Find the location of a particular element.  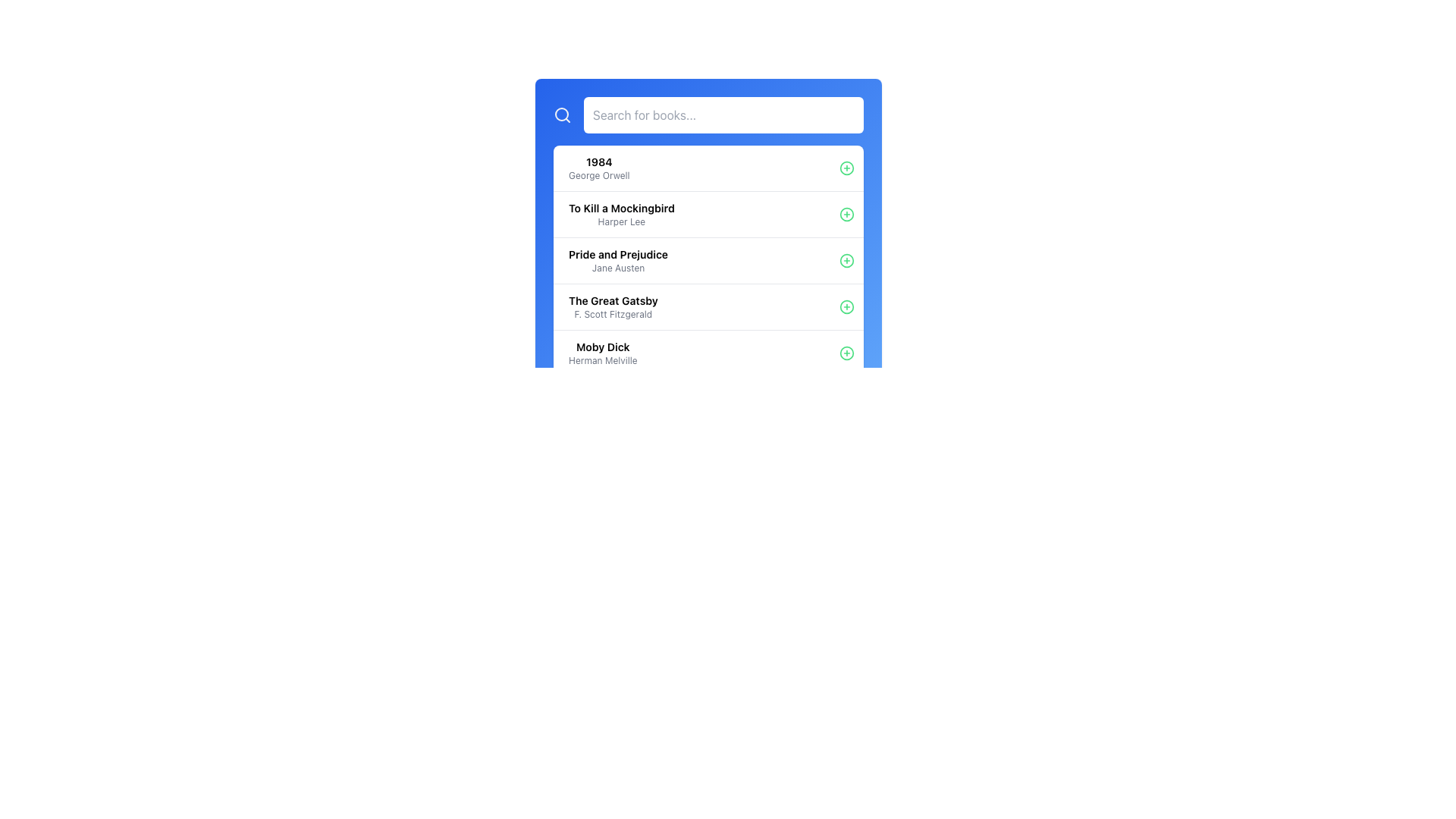

the button located on the right side of the line displaying the book title 'Pride and Prejudice' and the author 'Jane Austen' is located at coordinates (846, 259).